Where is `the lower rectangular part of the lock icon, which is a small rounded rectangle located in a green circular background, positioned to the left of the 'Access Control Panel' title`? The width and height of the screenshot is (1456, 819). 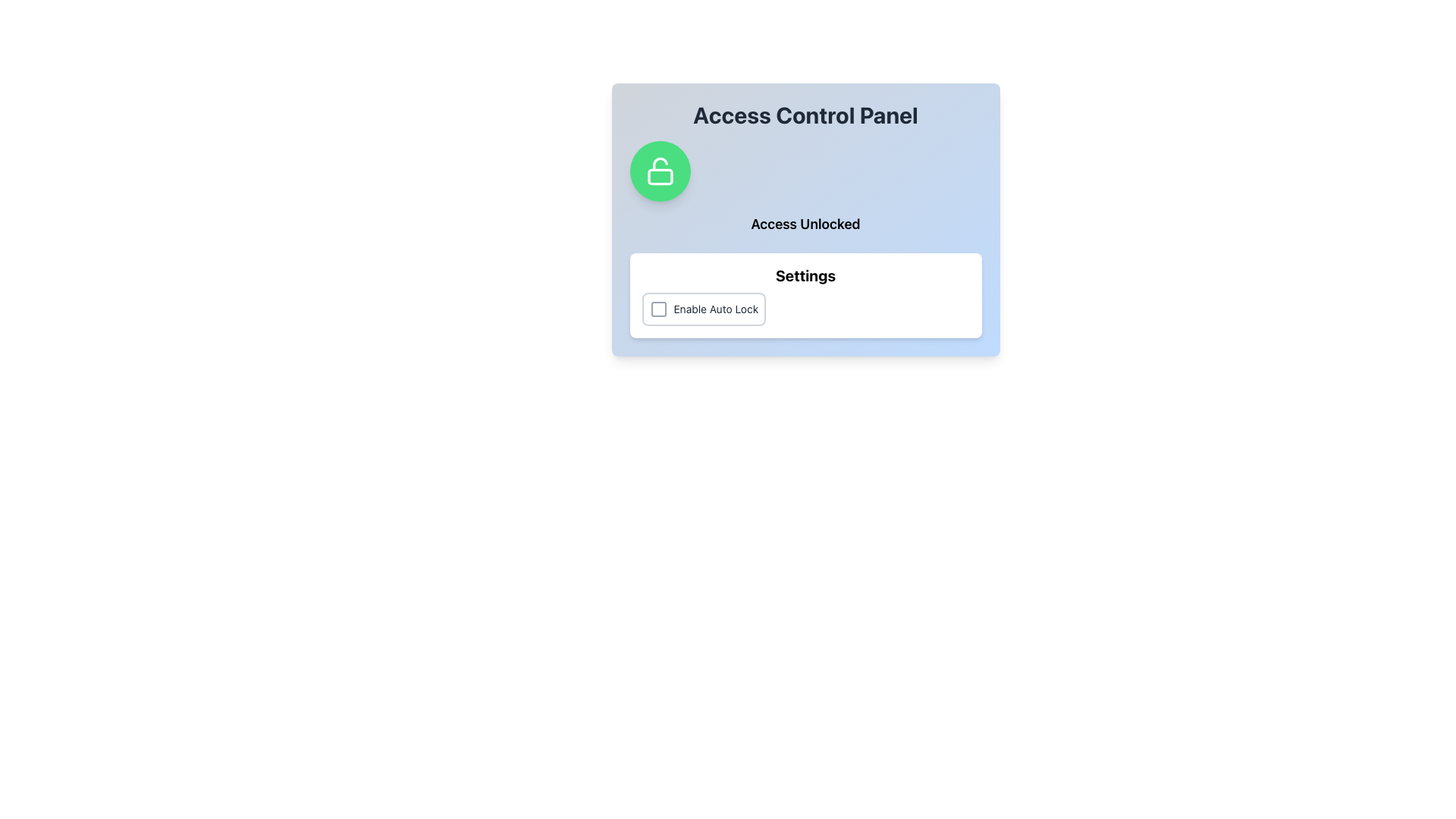
the lower rectangular part of the lock icon, which is a small rounded rectangle located in a green circular background, positioned to the left of the 'Access Control Panel' title is located at coordinates (660, 176).